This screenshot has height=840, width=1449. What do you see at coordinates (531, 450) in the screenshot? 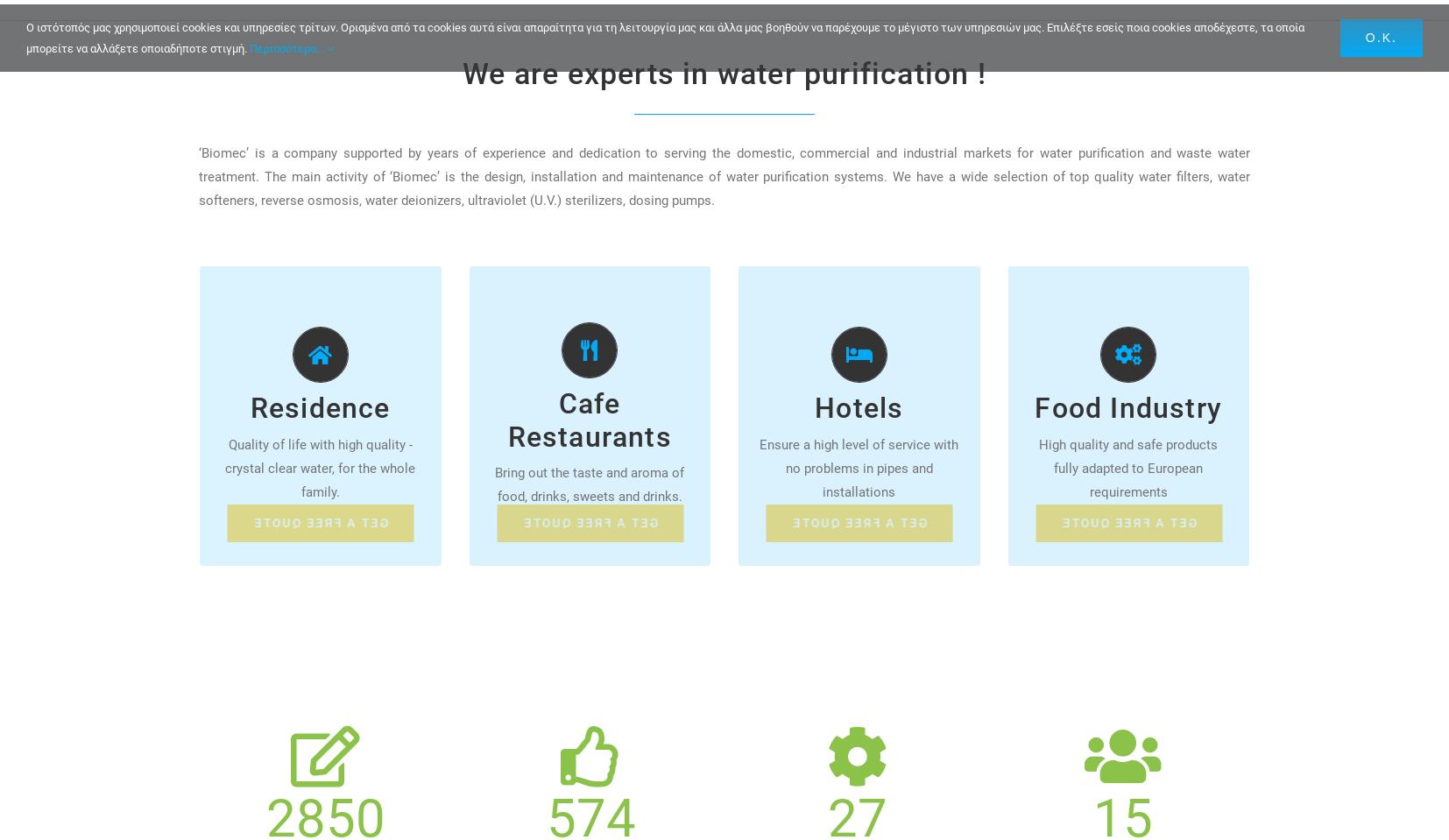
I see `'Water coolers'` at bounding box center [531, 450].